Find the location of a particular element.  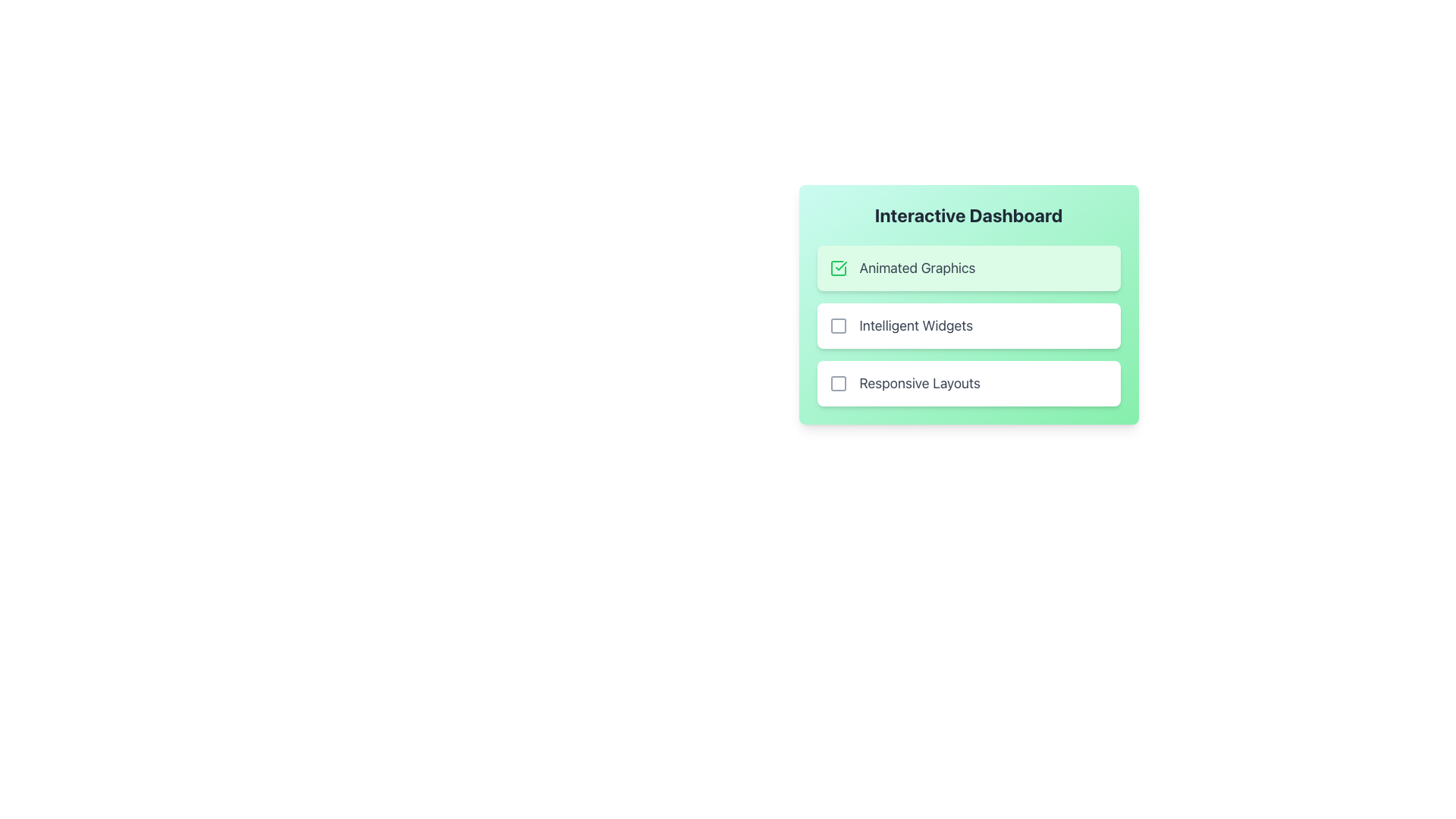

the checkbox indicator for the 'Responsive Layouts' option in the checkbox group to trigger additional effects is located at coordinates (837, 382).